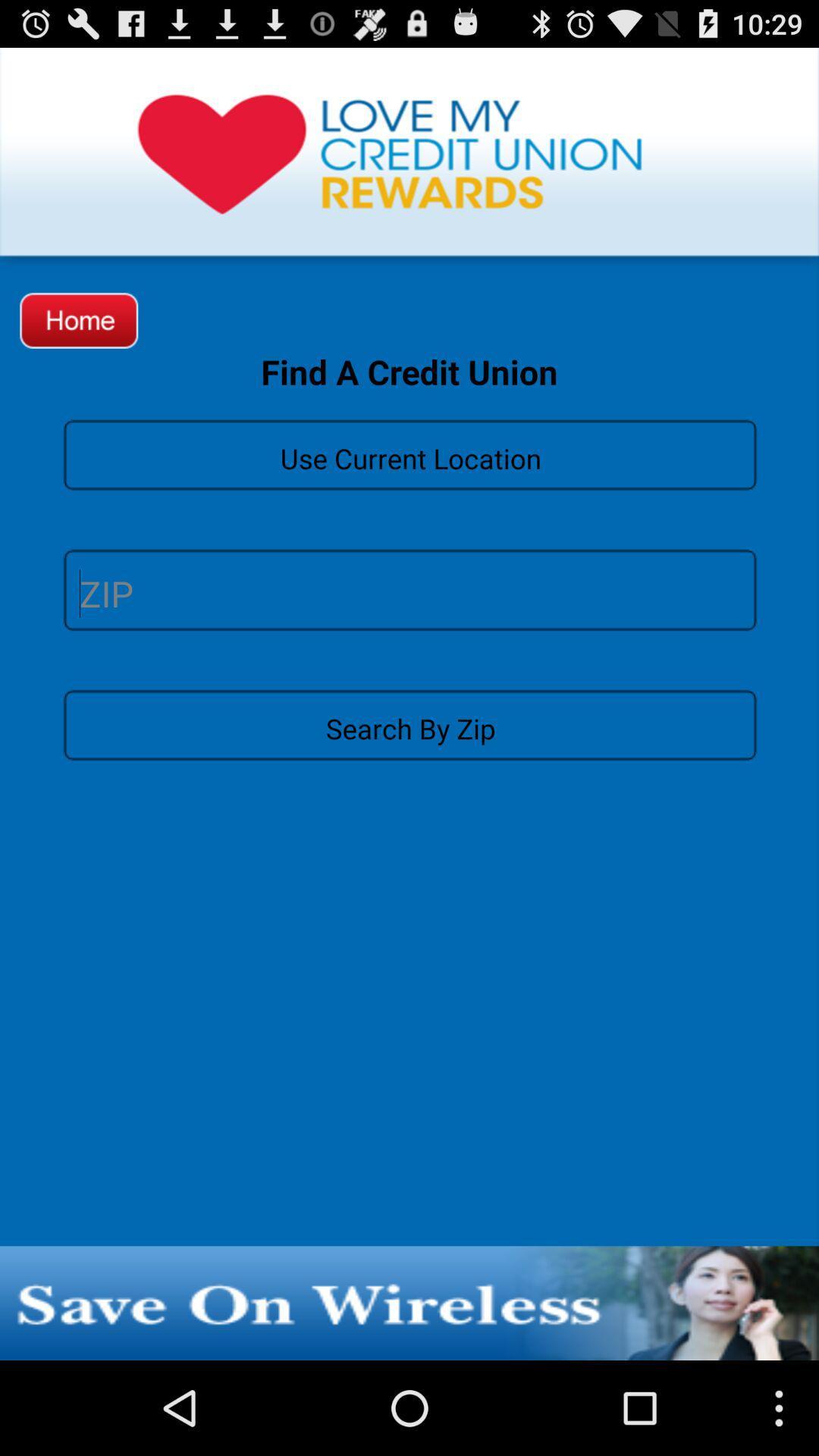 Image resolution: width=819 pixels, height=1456 pixels. What do you see at coordinates (79, 319) in the screenshot?
I see `the icon next to the find a credit icon` at bounding box center [79, 319].